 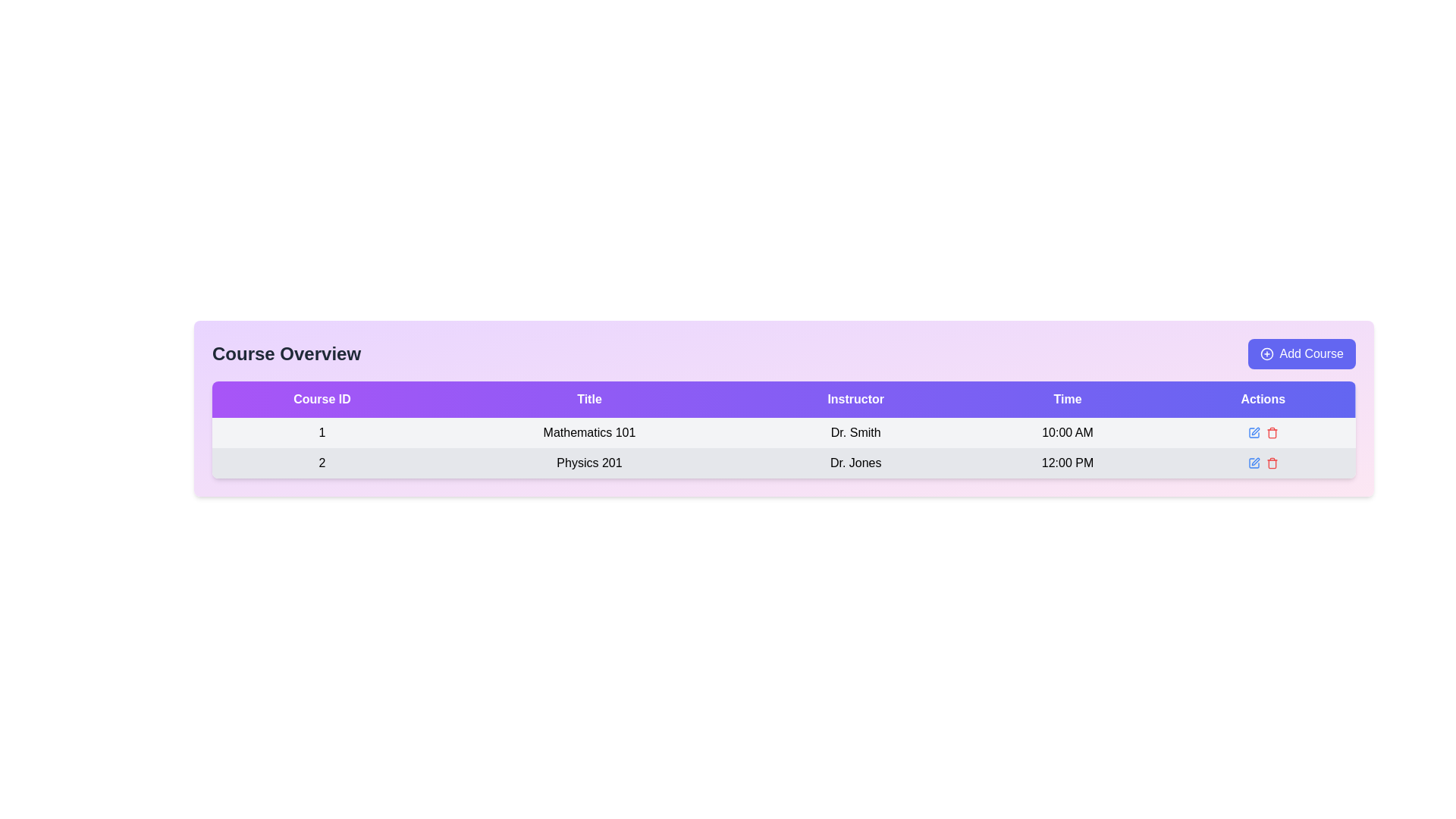 I want to click on the 'edit' icon button in the 'Actions' column for the course 'Mathematics 101', so click(x=1255, y=431).